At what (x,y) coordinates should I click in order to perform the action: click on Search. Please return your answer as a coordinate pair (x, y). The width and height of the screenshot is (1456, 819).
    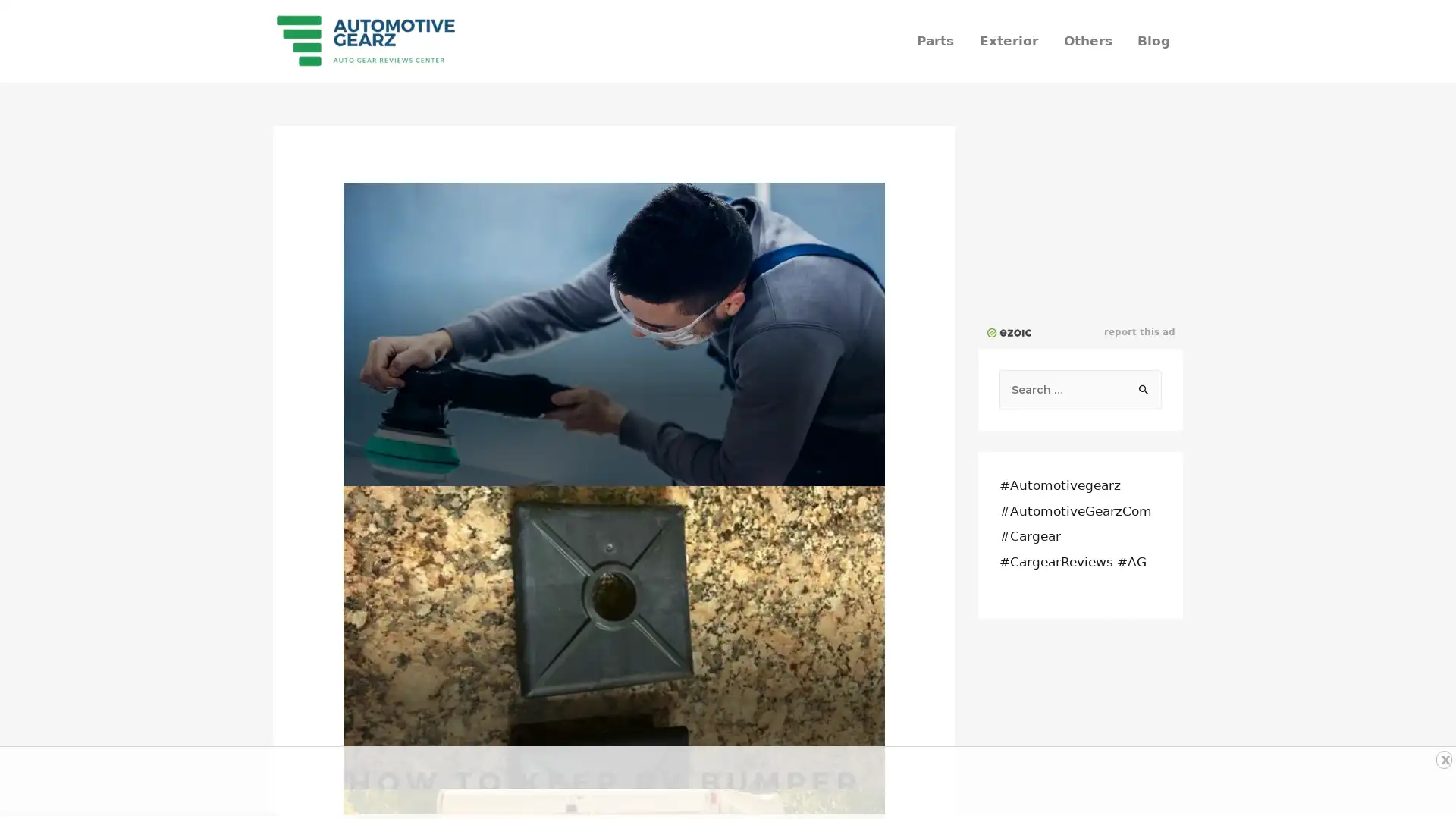
    Looking at the image, I should click on (1144, 384).